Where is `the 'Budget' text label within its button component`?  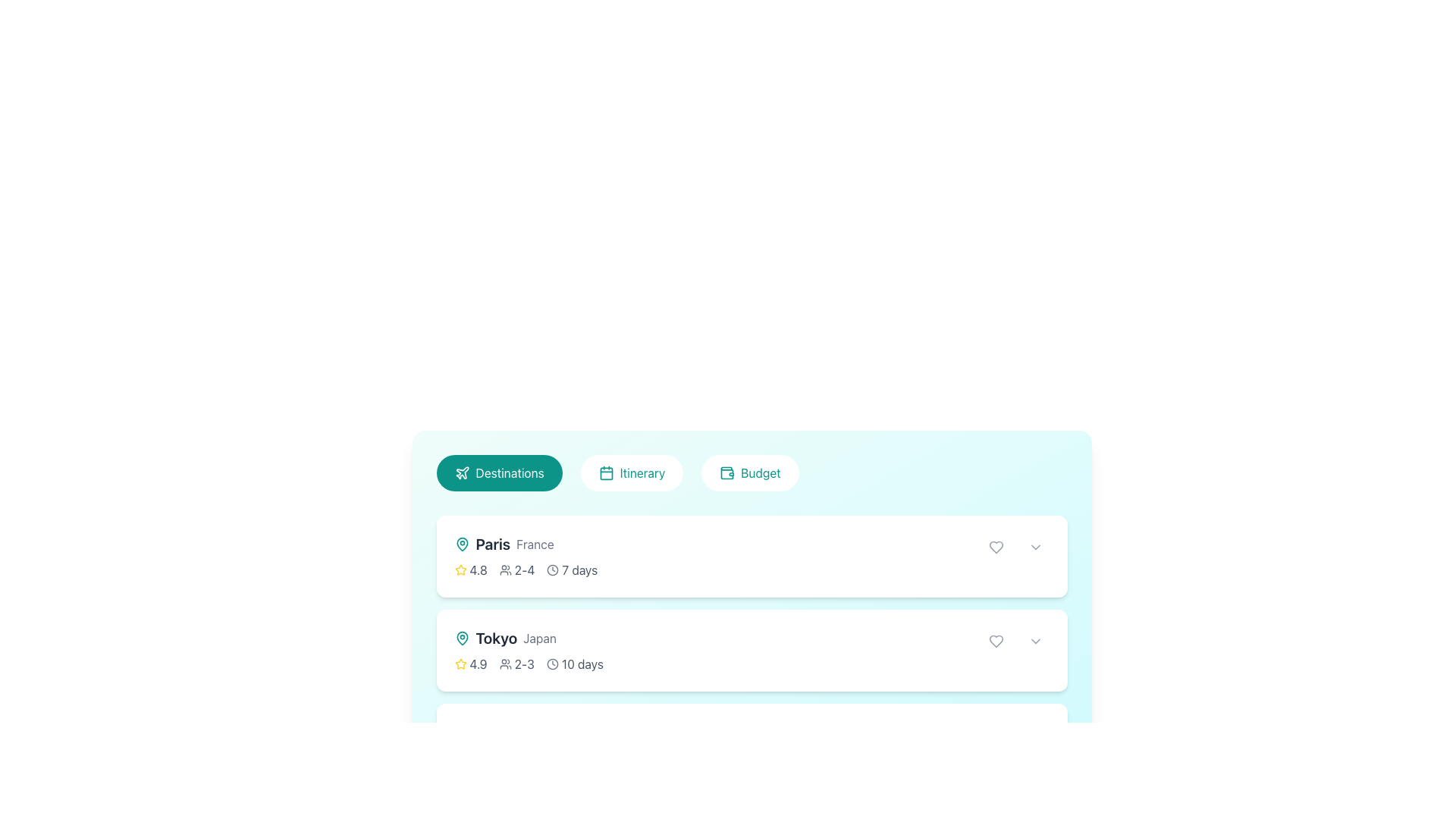 the 'Budget' text label within its button component is located at coordinates (761, 472).